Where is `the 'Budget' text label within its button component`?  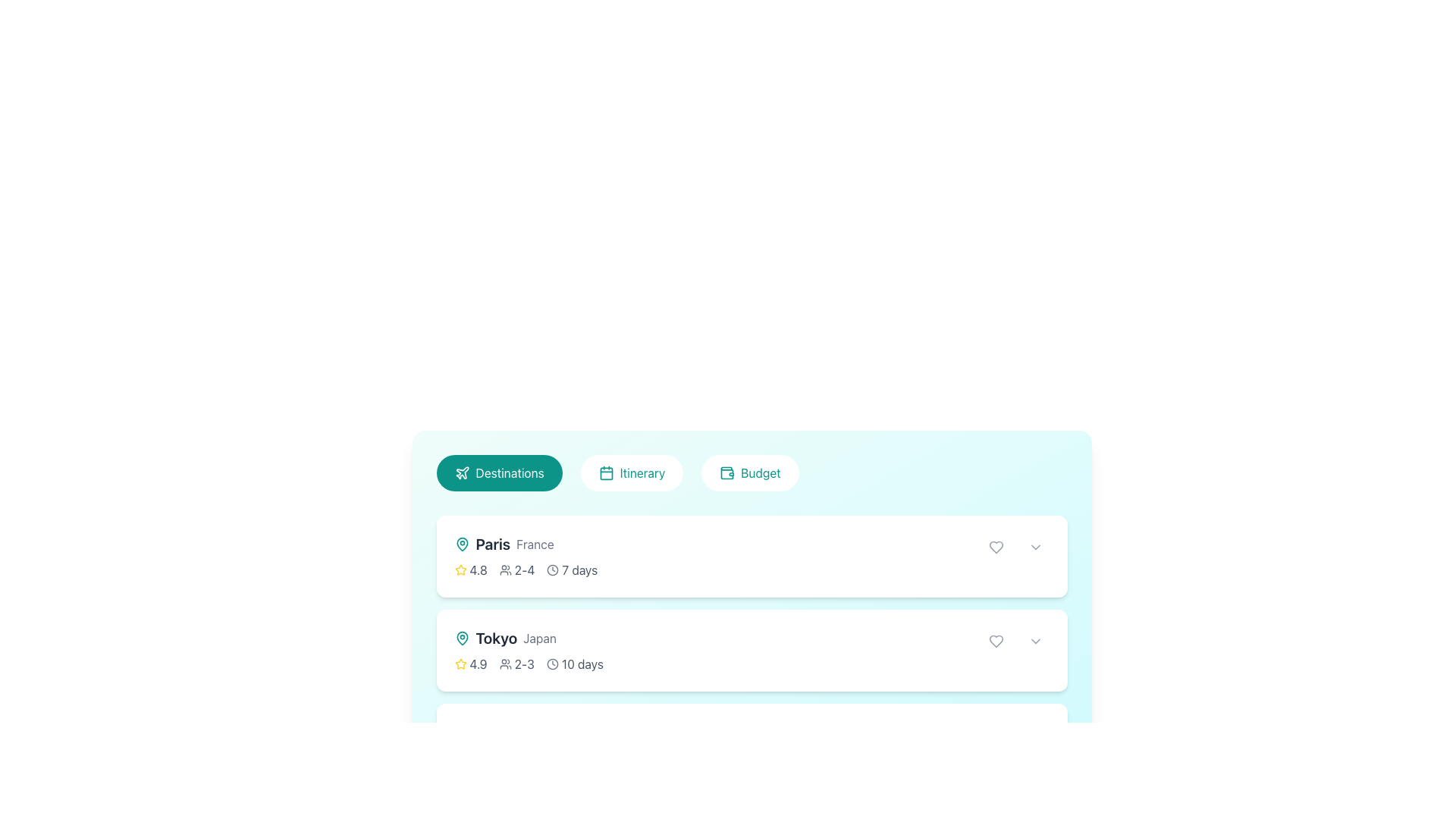 the 'Budget' text label within its button component is located at coordinates (761, 472).